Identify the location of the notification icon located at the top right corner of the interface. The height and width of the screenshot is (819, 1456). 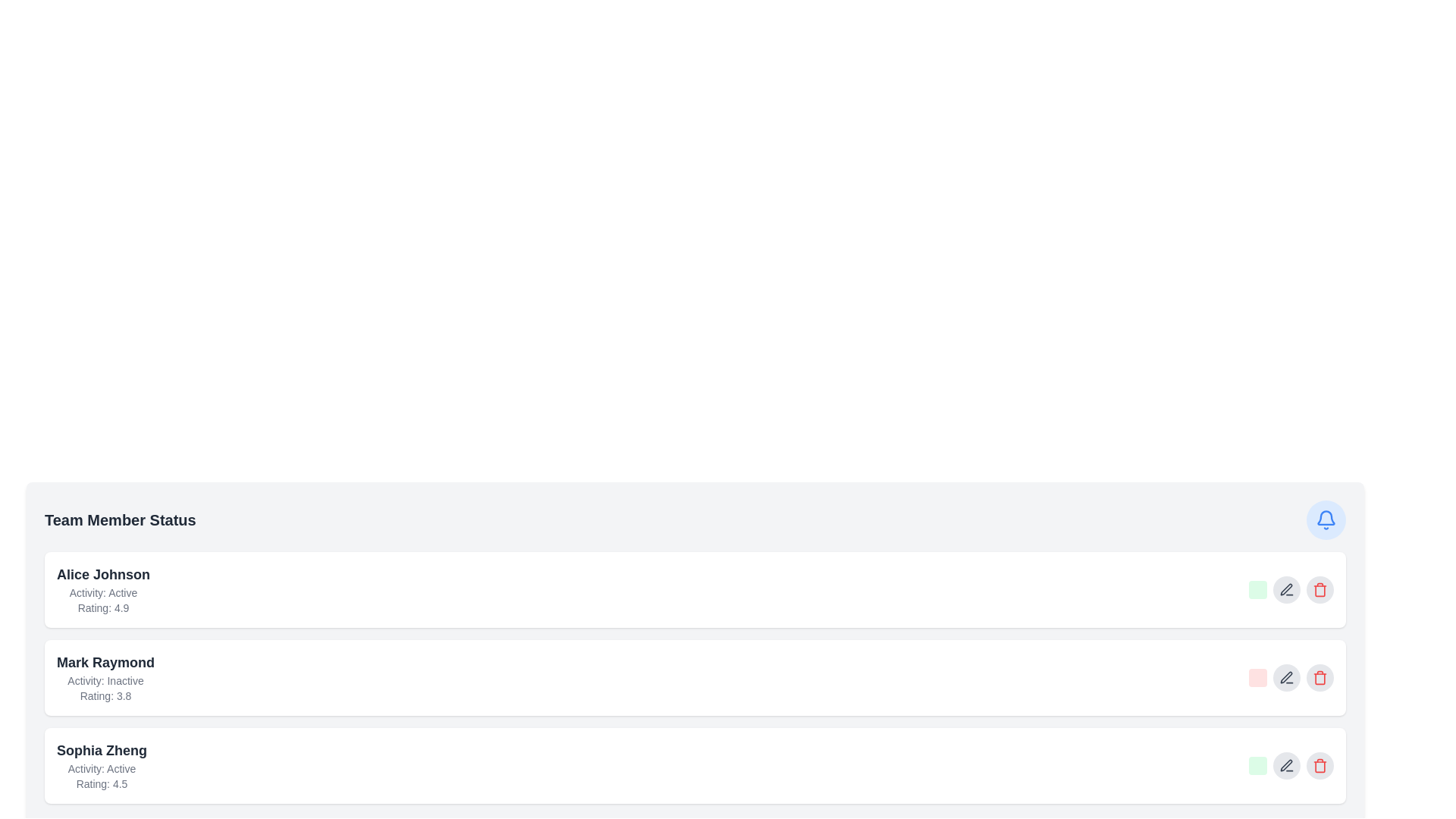
(1325, 519).